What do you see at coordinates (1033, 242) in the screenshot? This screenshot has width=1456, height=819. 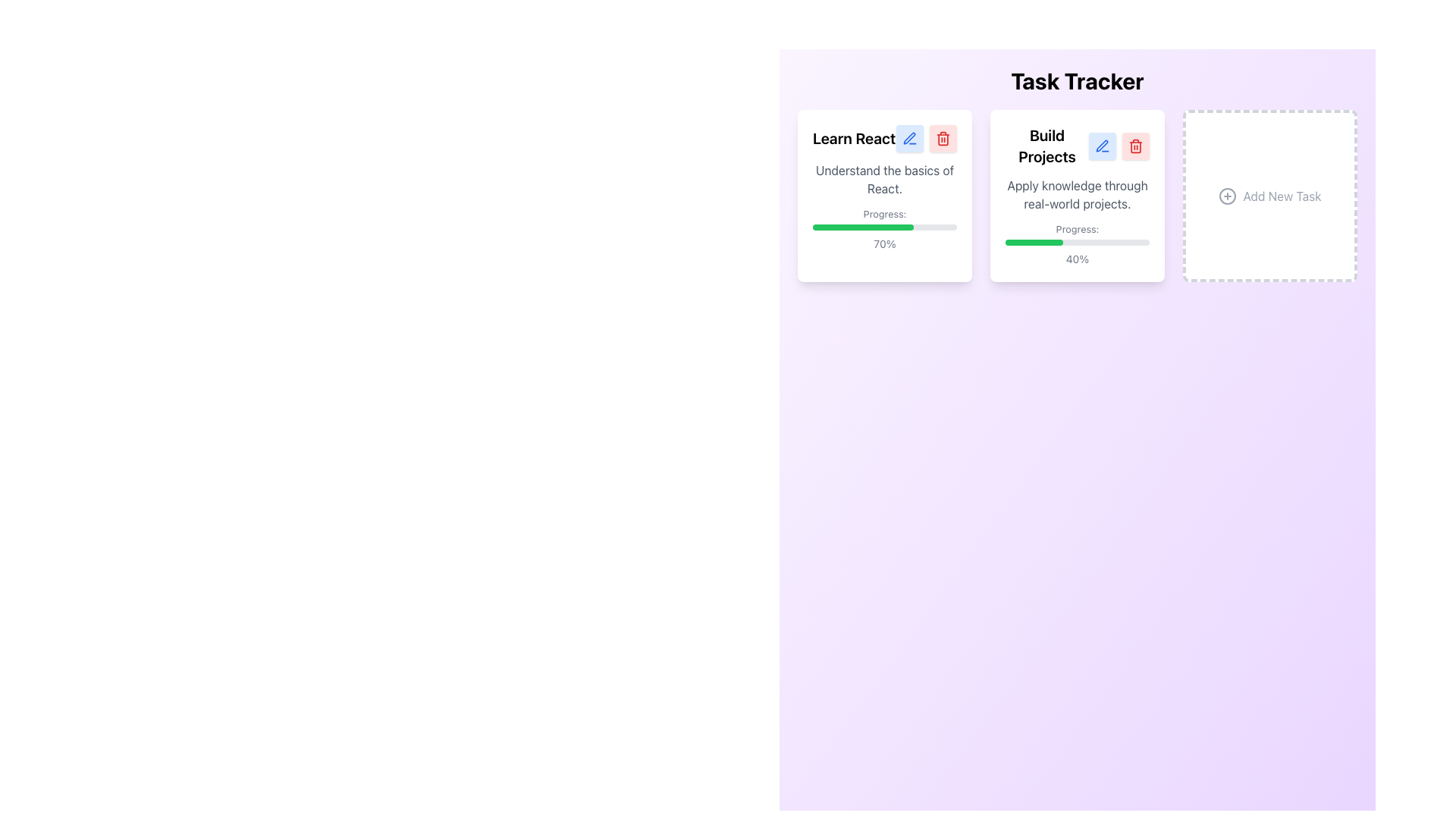 I see `the Progress Indicator that visually communicates the progress percentage (40%) for the task 'Build Projects'` at bounding box center [1033, 242].